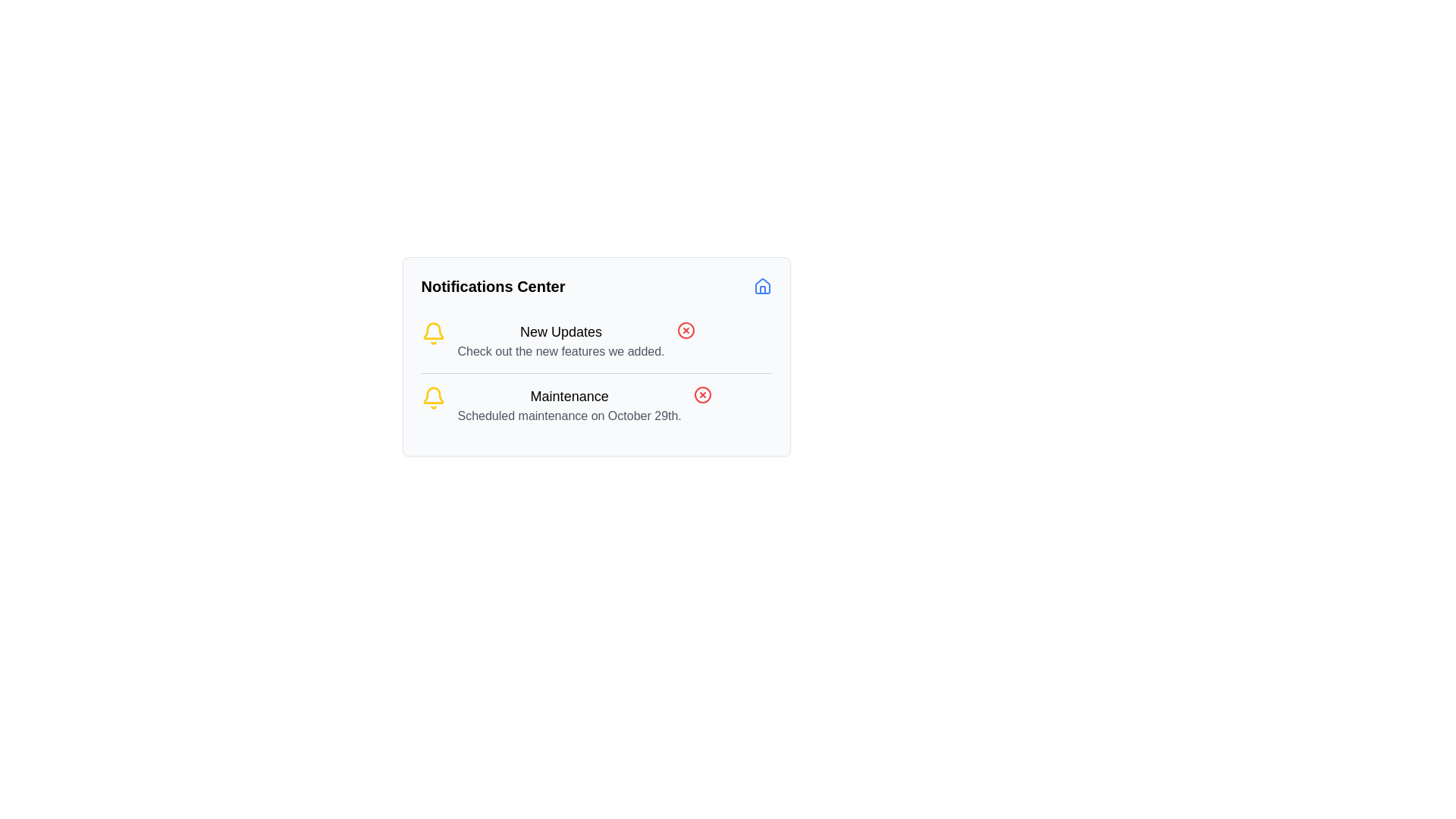 Image resolution: width=1456 pixels, height=819 pixels. Describe the element at coordinates (560, 351) in the screenshot. I see `the explanatory text label located directly under the 'New Updates' header, which provides supplementary details about the notification` at that location.